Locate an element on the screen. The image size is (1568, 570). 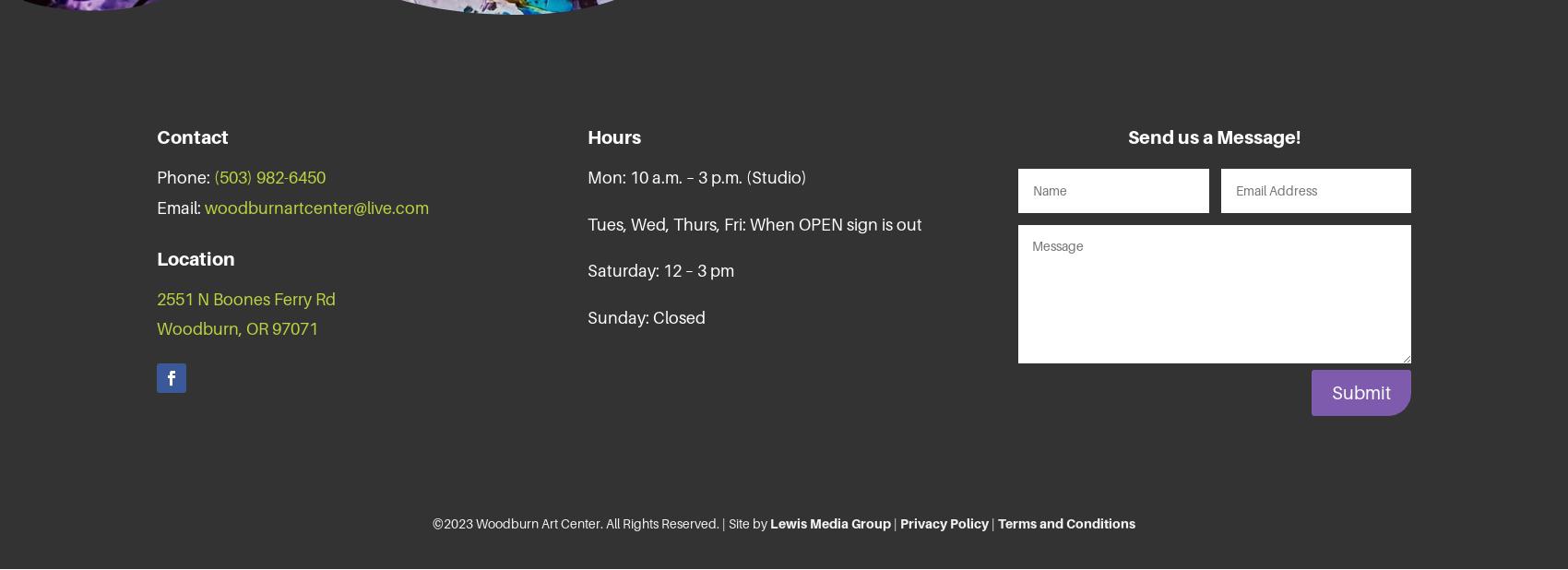
'Hours' is located at coordinates (613, 136).